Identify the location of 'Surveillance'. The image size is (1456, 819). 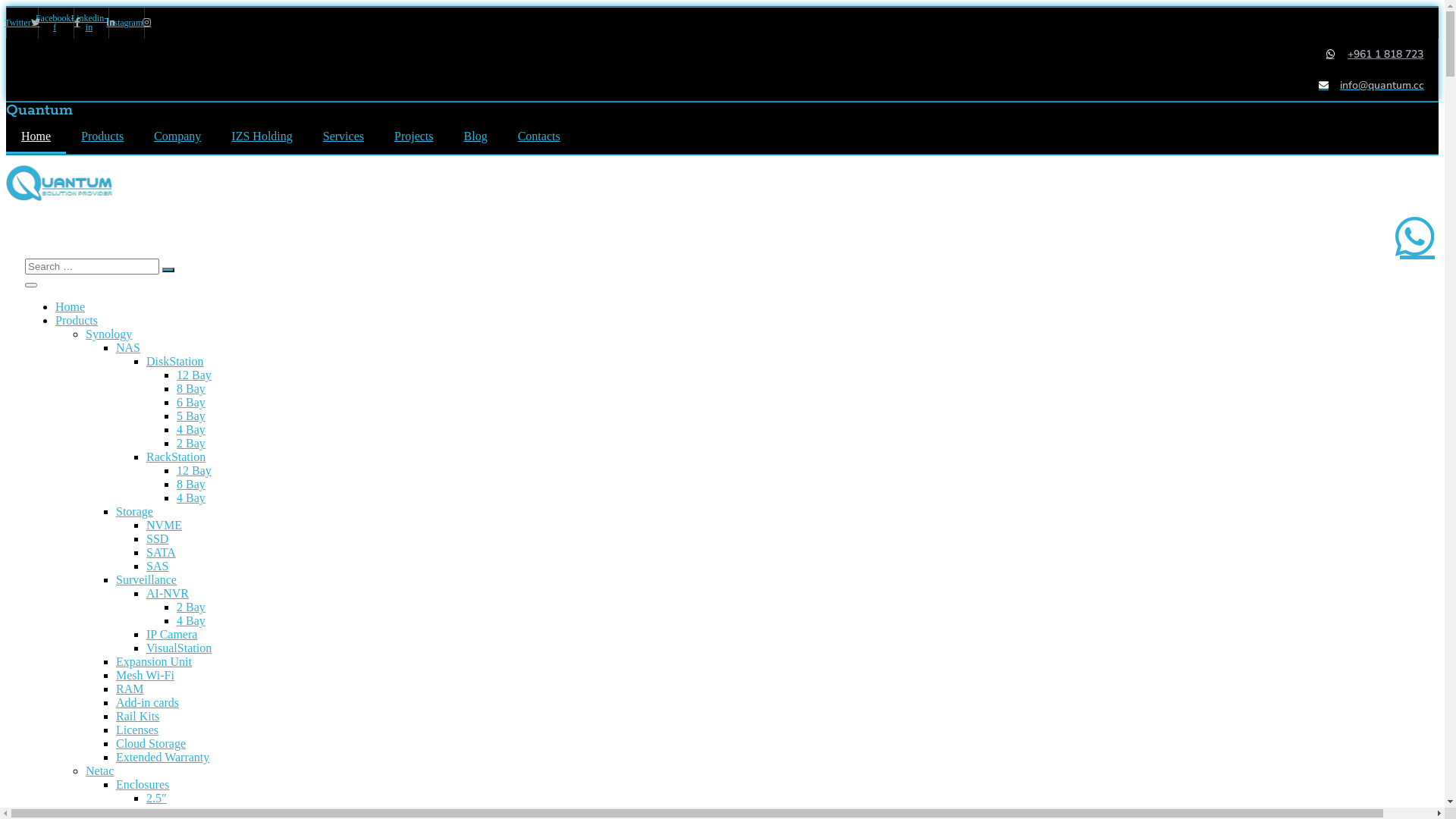
(146, 579).